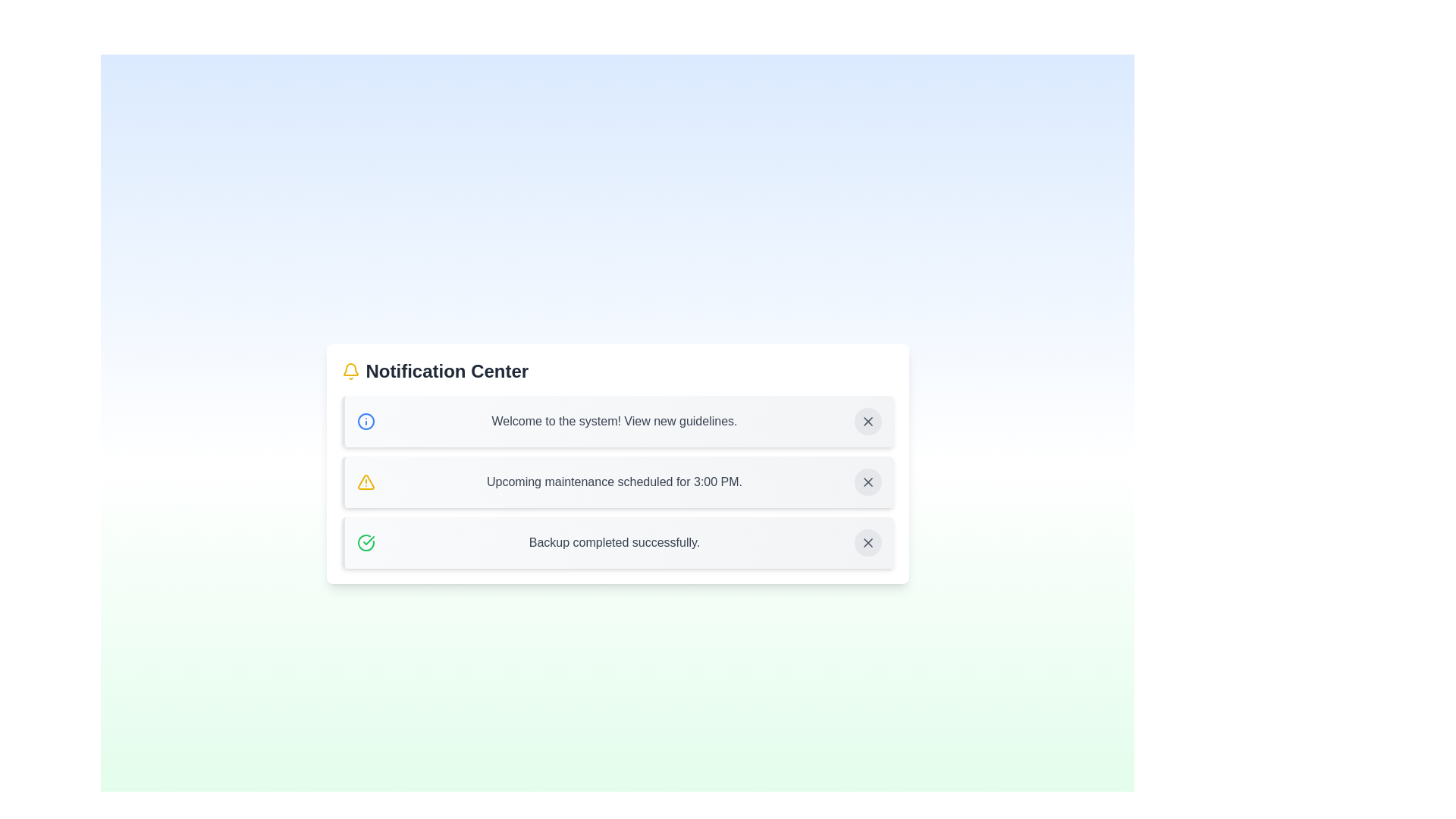 The height and width of the screenshot is (819, 1456). Describe the element at coordinates (868, 421) in the screenshot. I see `the close button icon located in the top-right corner of the first notification entry` at that location.